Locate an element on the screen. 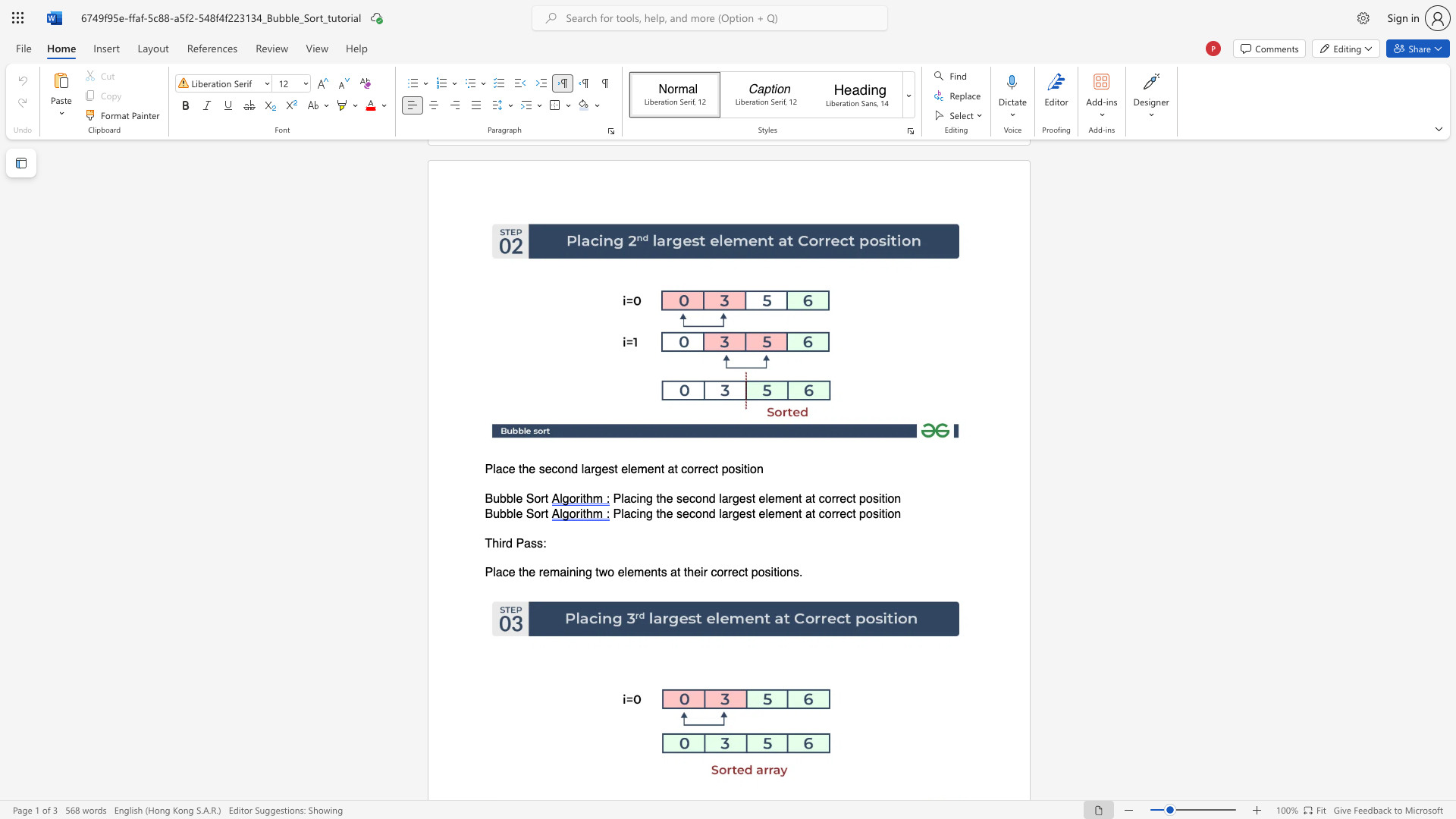  the 2th character "s" in the text is located at coordinates (539, 542).